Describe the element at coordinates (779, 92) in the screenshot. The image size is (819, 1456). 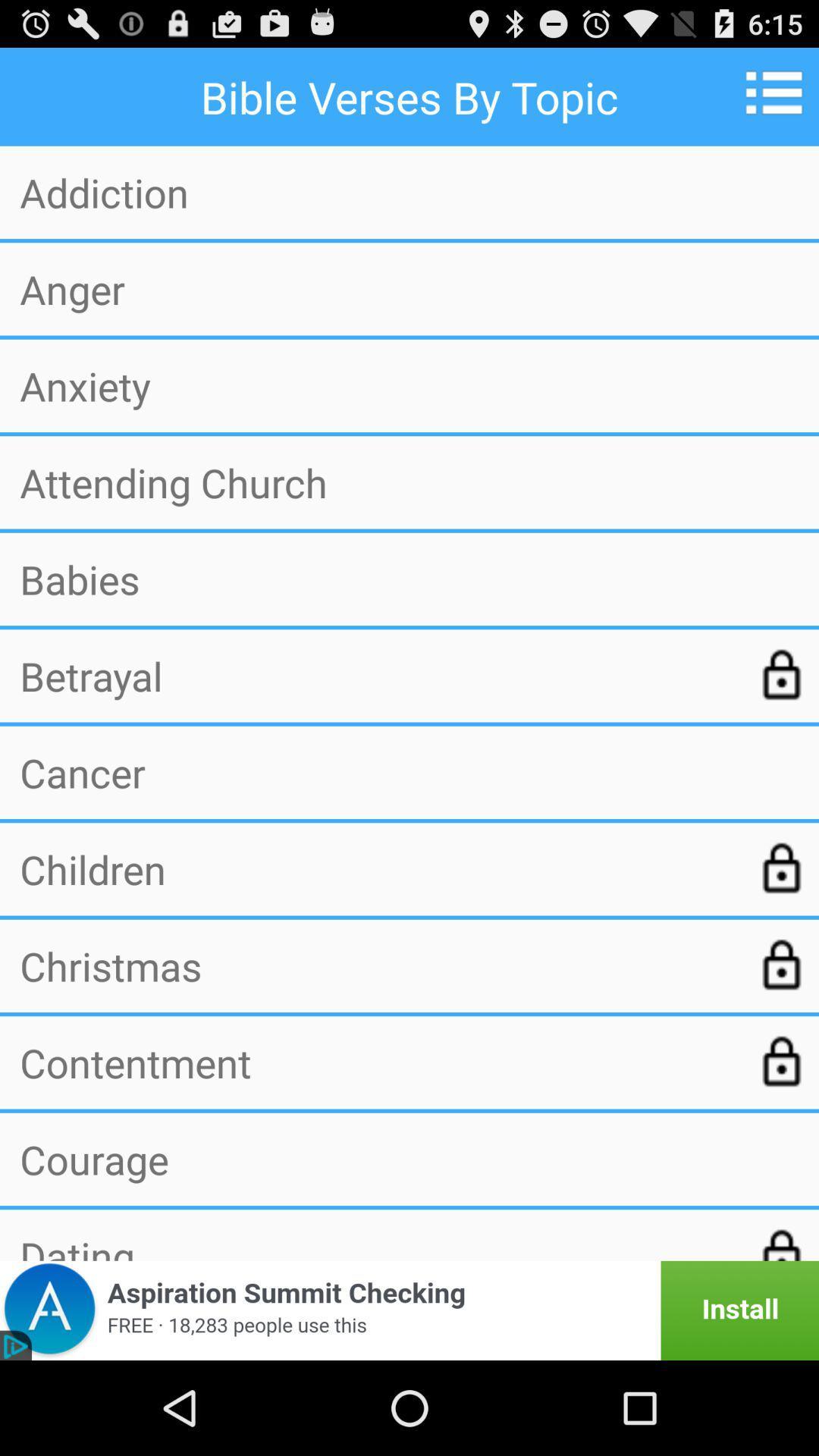
I see `the icon at the top right corner` at that location.